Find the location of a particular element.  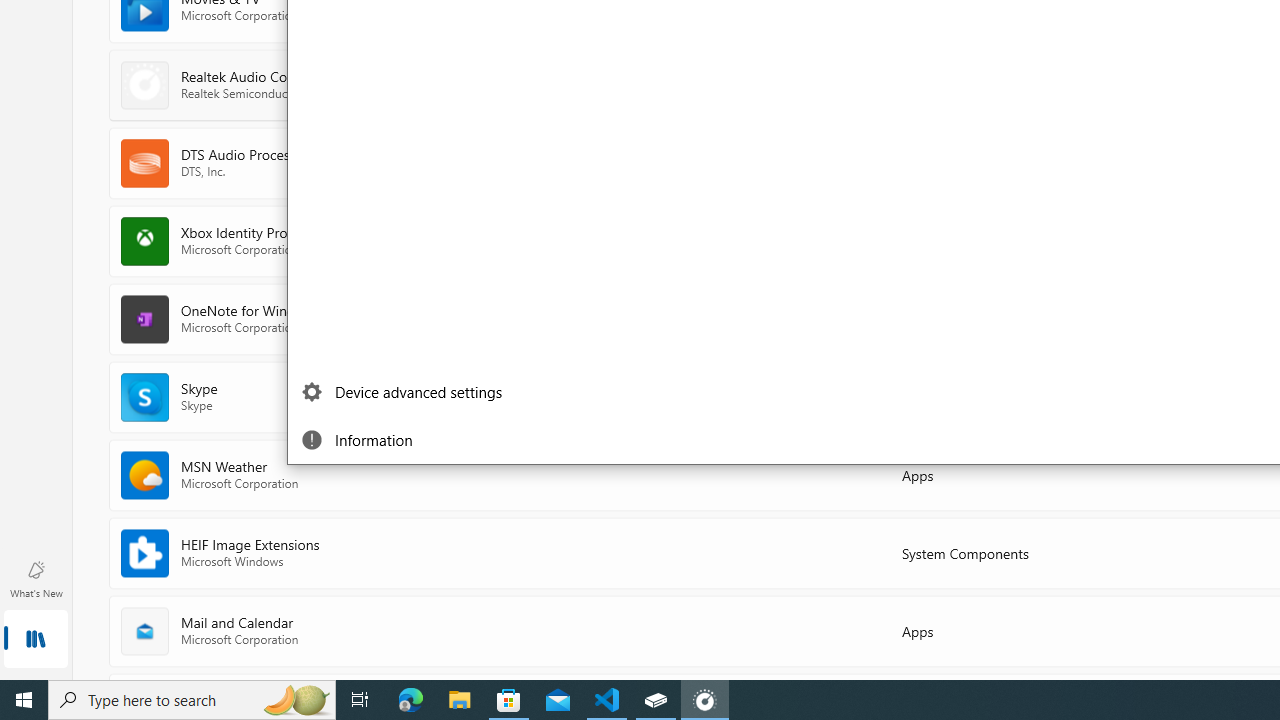

'Device advanced settings' is located at coordinates (405, 392).